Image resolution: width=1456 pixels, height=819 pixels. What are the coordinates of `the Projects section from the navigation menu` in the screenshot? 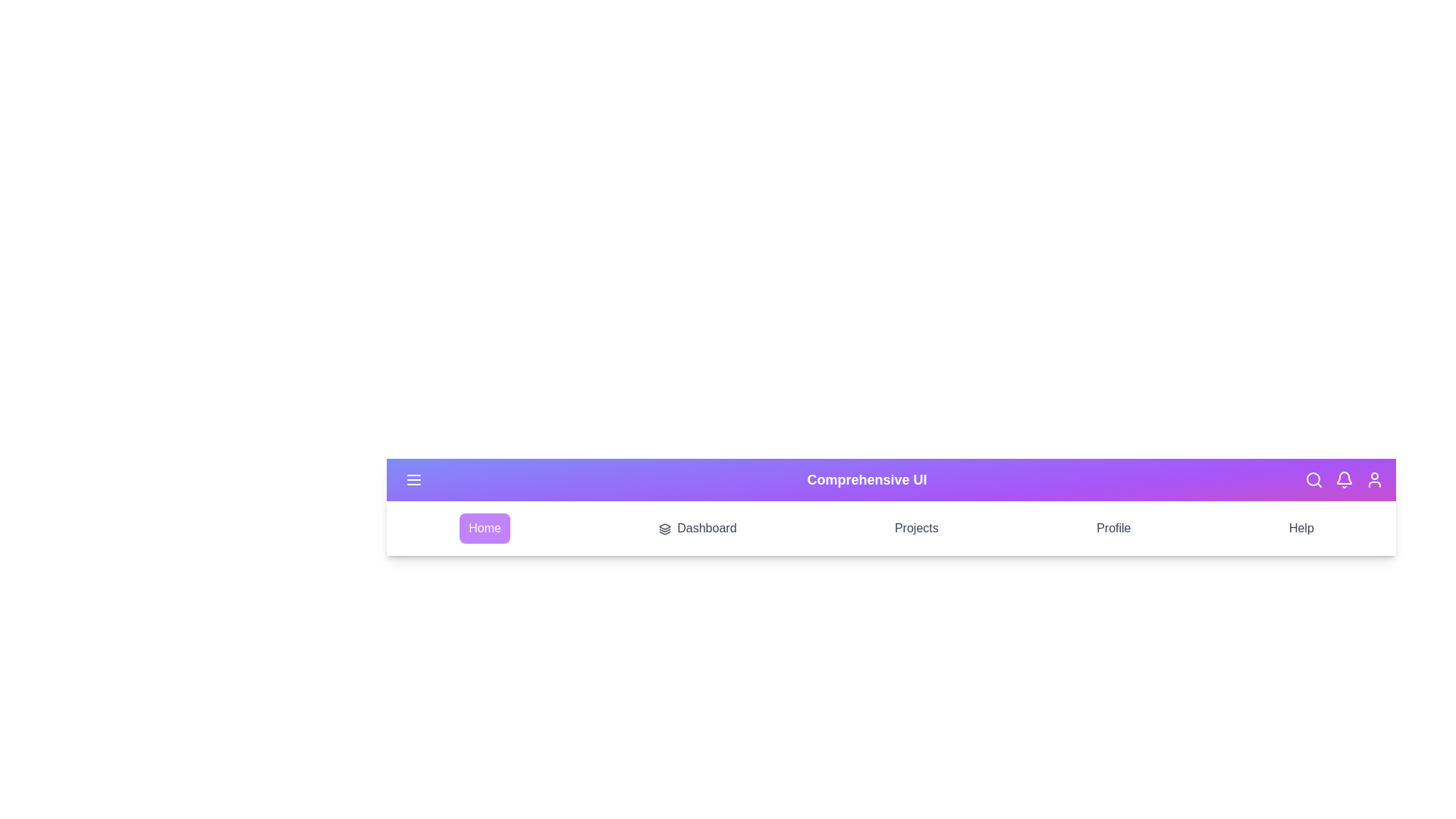 It's located at (915, 528).